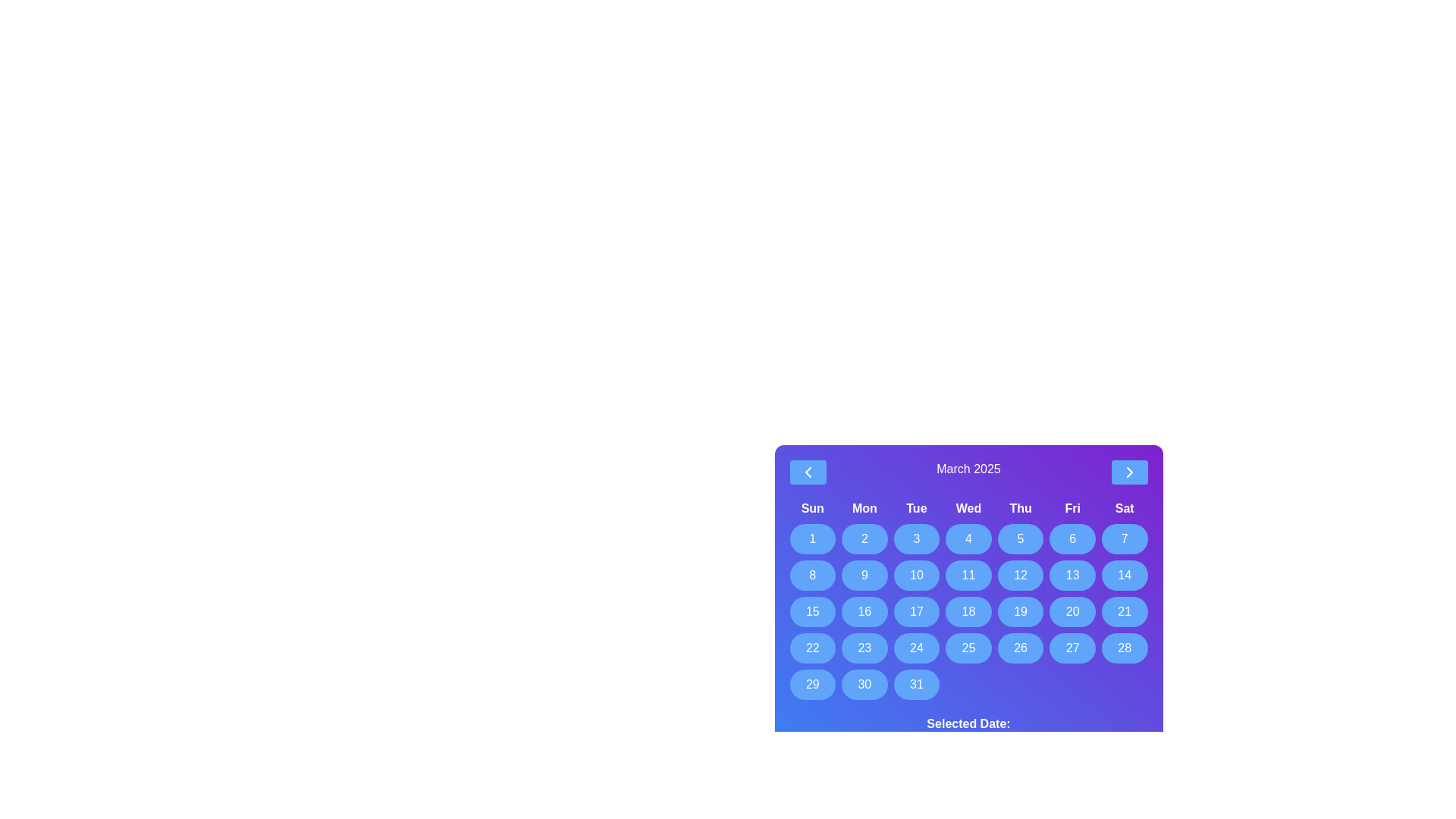 This screenshot has height=819, width=1456. I want to click on the text label displaying 'Wed', which is the fourth label in the row of weekday names in the calendar header, so click(968, 509).